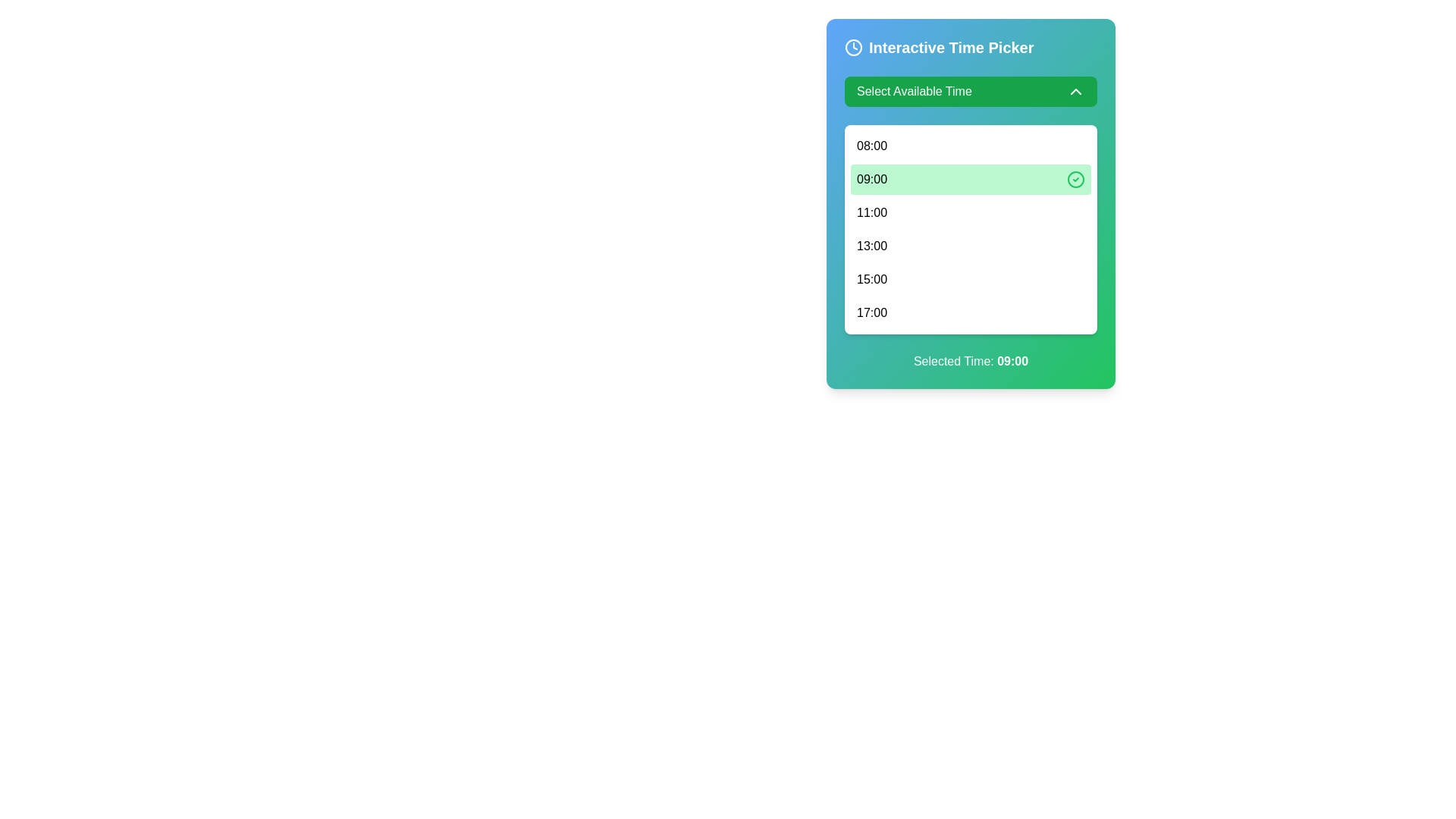 This screenshot has height=819, width=1456. What do you see at coordinates (872, 213) in the screenshot?
I see `the selectable time option text label representing '11:00', which is the third item in the dropdown list, to trigger a tooltip or highlight effect` at bounding box center [872, 213].